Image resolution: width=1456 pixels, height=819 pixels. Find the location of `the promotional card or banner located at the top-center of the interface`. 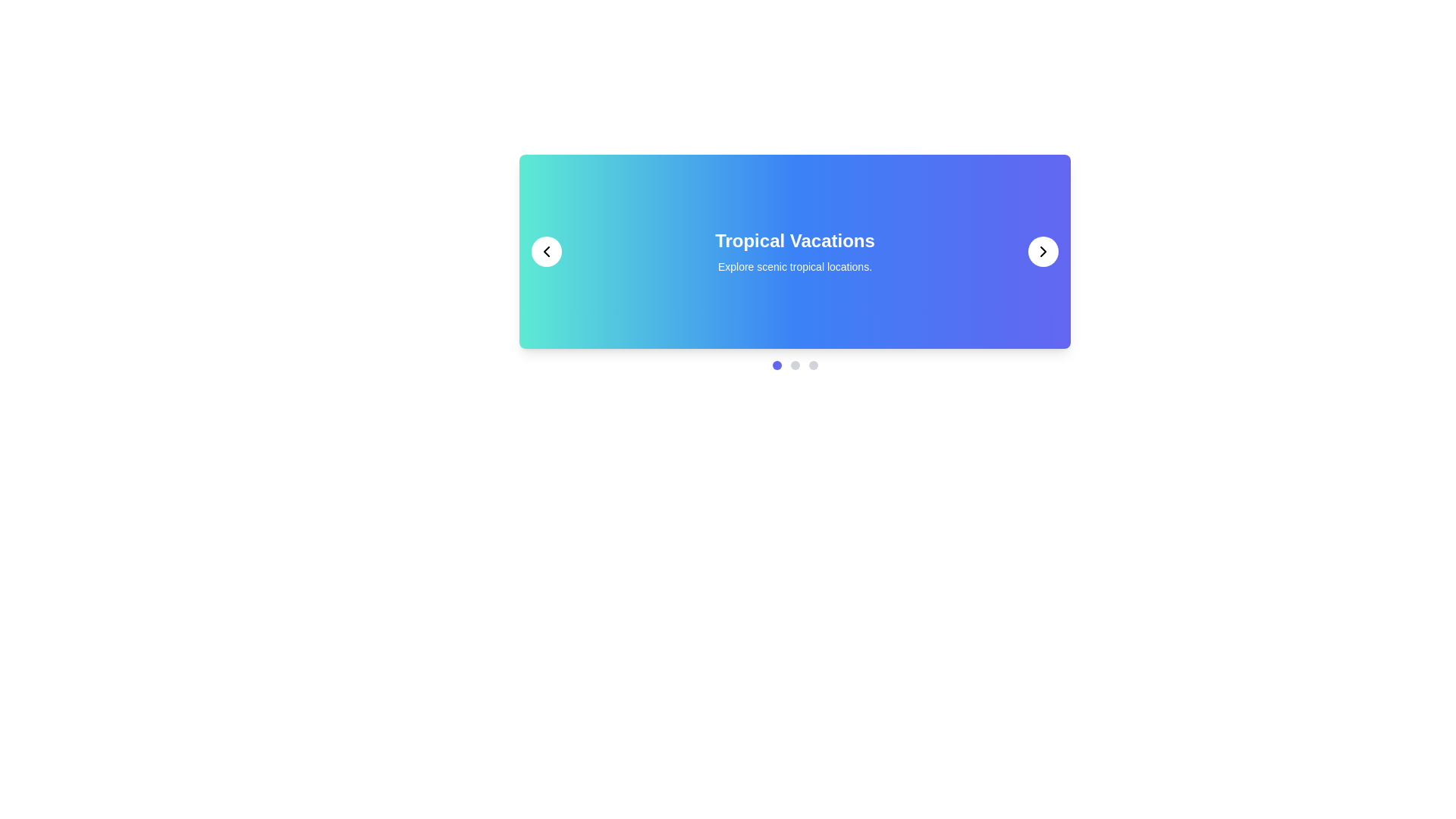

the promotional card or banner located at the top-center of the interface is located at coordinates (794, 262).